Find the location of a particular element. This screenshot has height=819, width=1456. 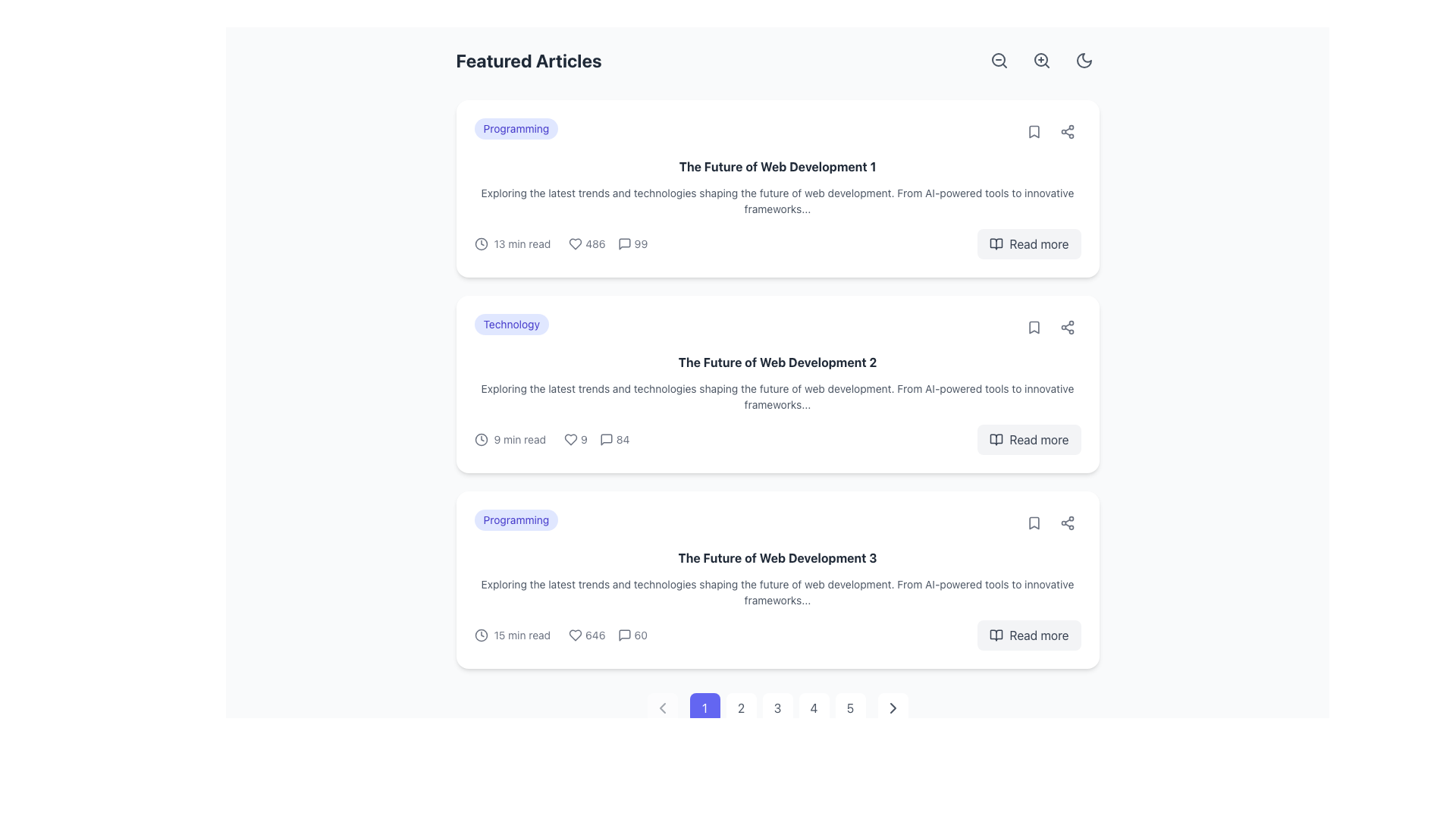

the circular button labeled '5' located at the bottom center of the interface is located at coordinates (850, 708).